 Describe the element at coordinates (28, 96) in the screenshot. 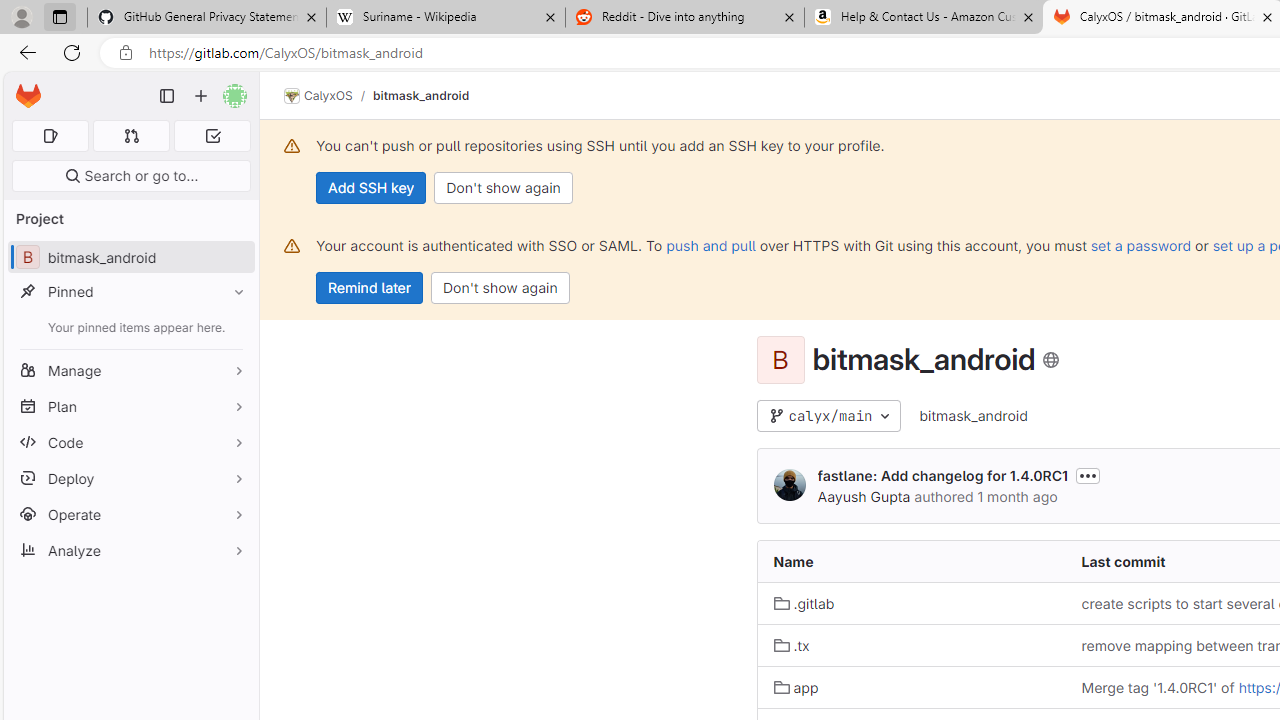

I see `'Homepage'` at that location.